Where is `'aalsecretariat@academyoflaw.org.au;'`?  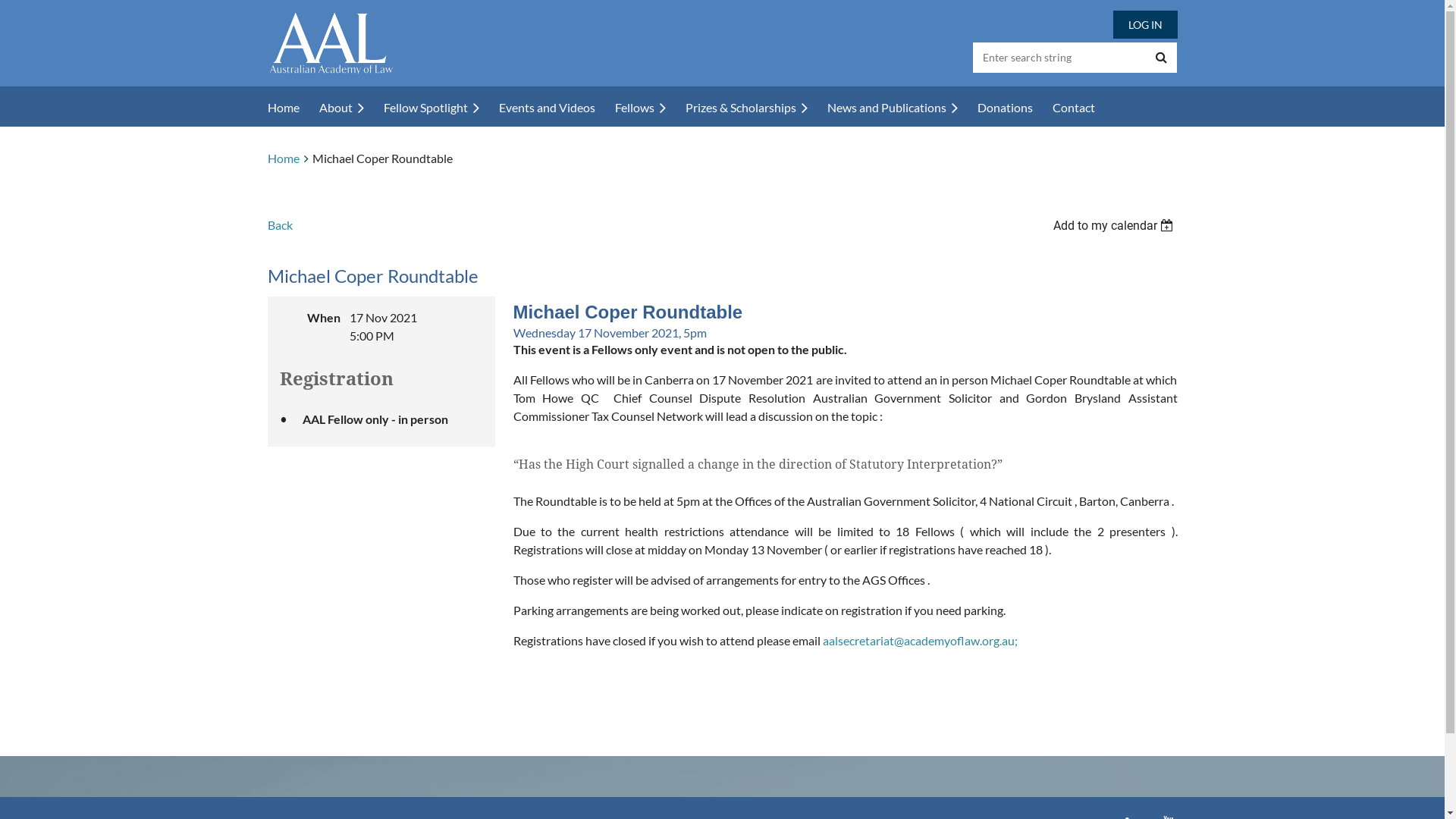
'aalsecretariat@academyoflaw.org.au;' is located at coordinates (918, 640).